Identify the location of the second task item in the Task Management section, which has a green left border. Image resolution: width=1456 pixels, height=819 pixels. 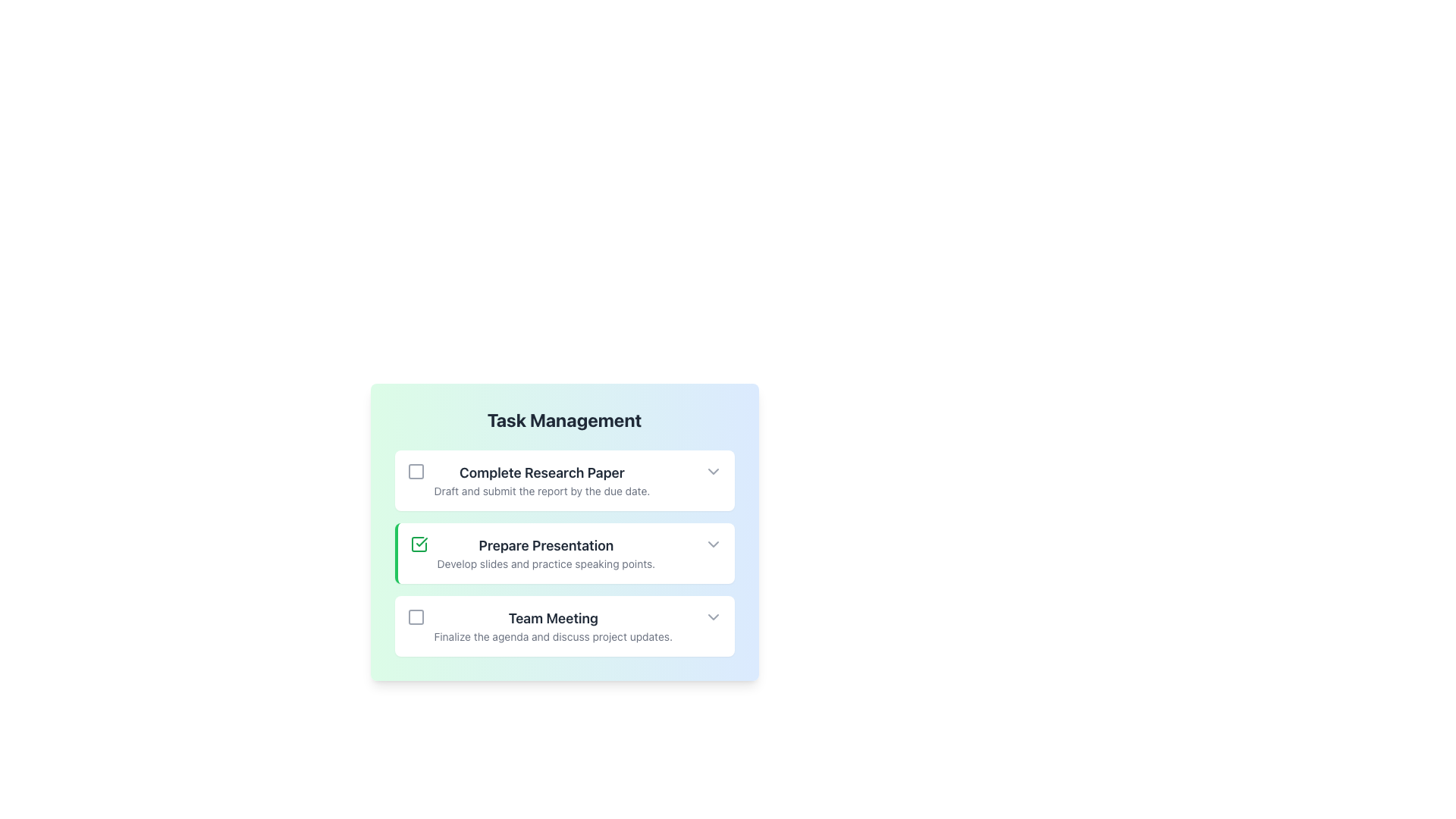
(563, 532).